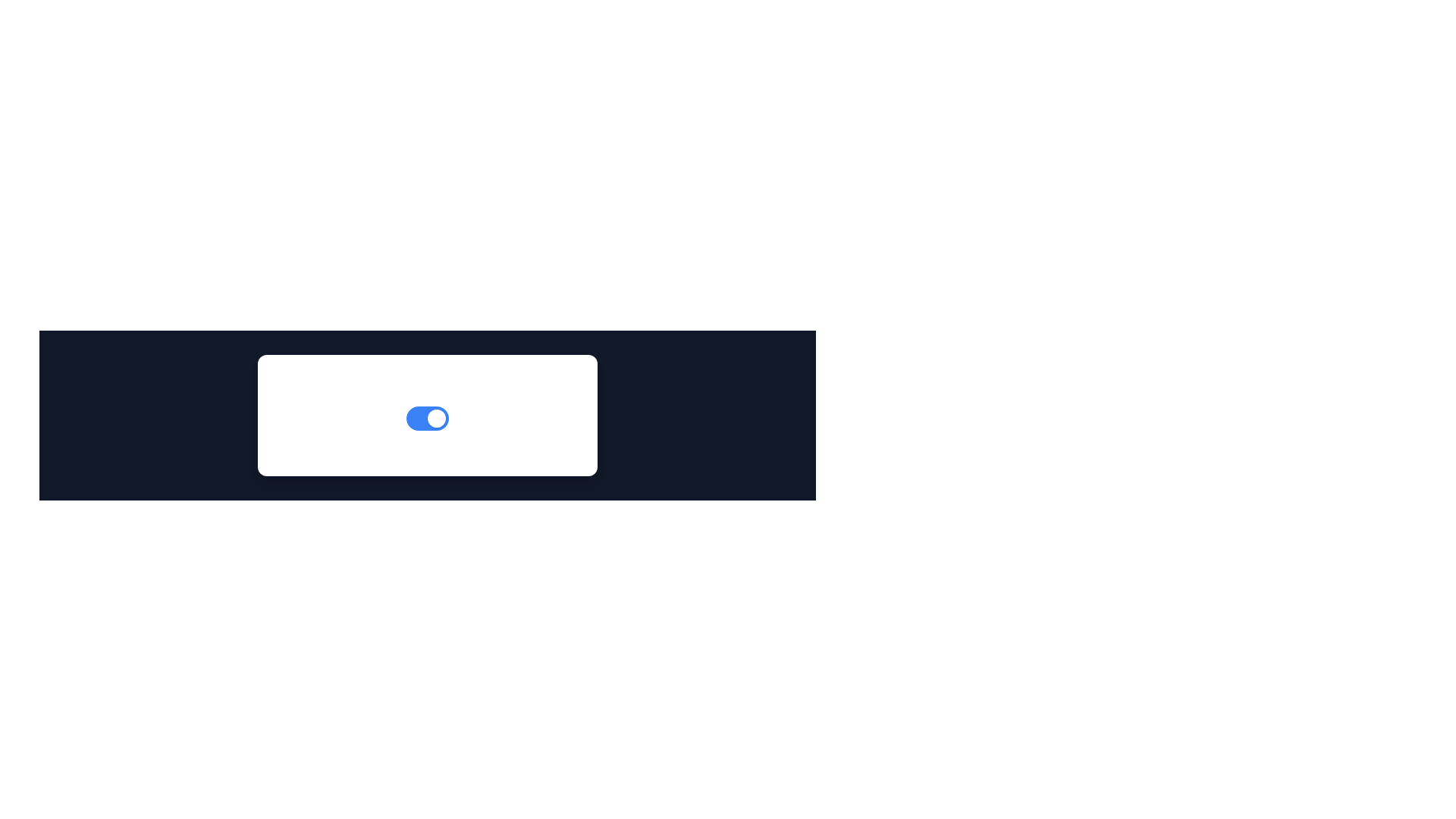  I want to click on the toggle switch position, so click(421, 418).